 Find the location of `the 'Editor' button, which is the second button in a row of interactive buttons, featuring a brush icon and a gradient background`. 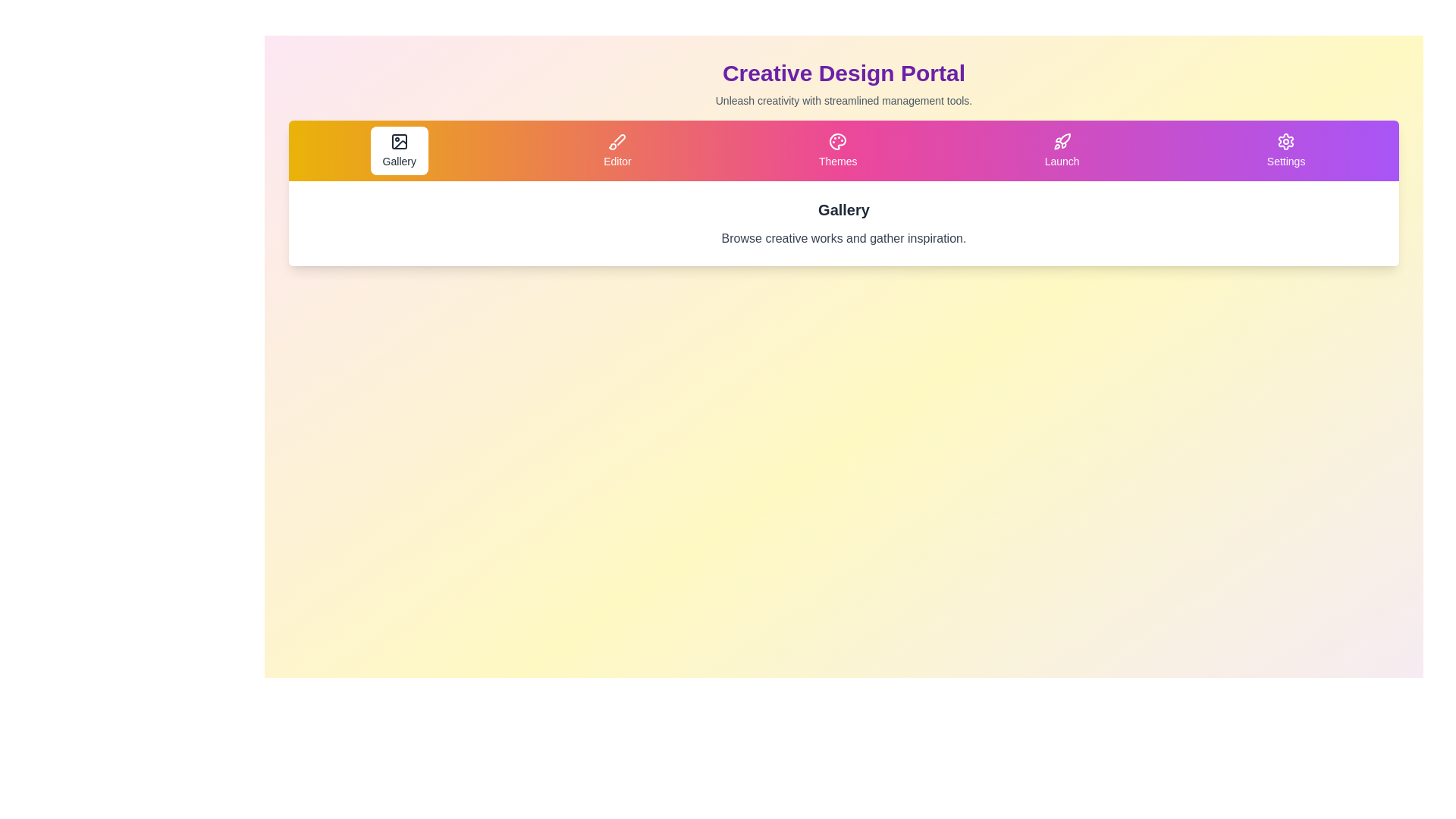

the 'Editor' button, which is the second button in a row of interactive buttons, featuring a brush icon and a gradient background is located at coordinates (617, 151).